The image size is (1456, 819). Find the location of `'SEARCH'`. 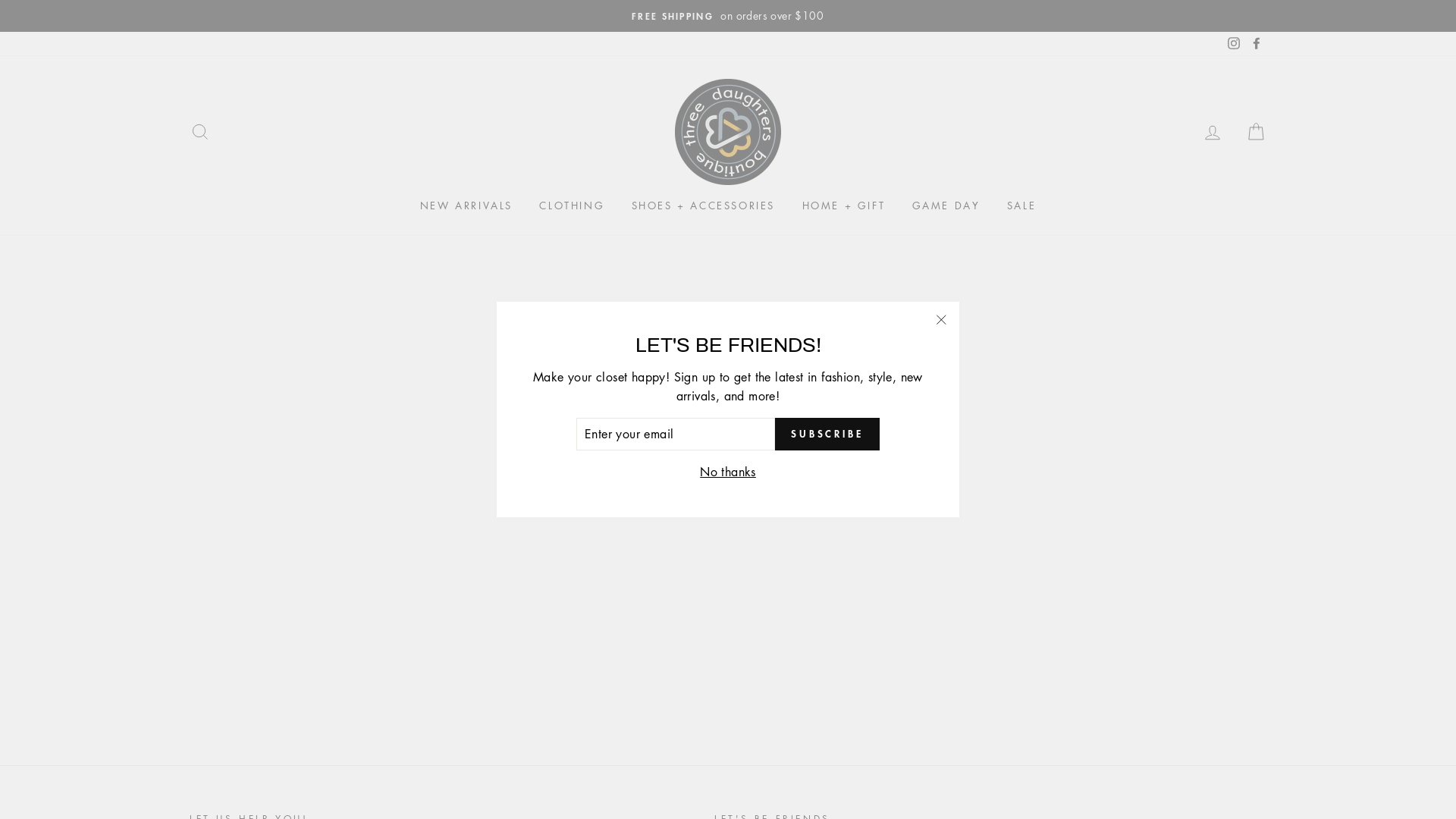

'SEARCH' is located at coordinates (199, 130).